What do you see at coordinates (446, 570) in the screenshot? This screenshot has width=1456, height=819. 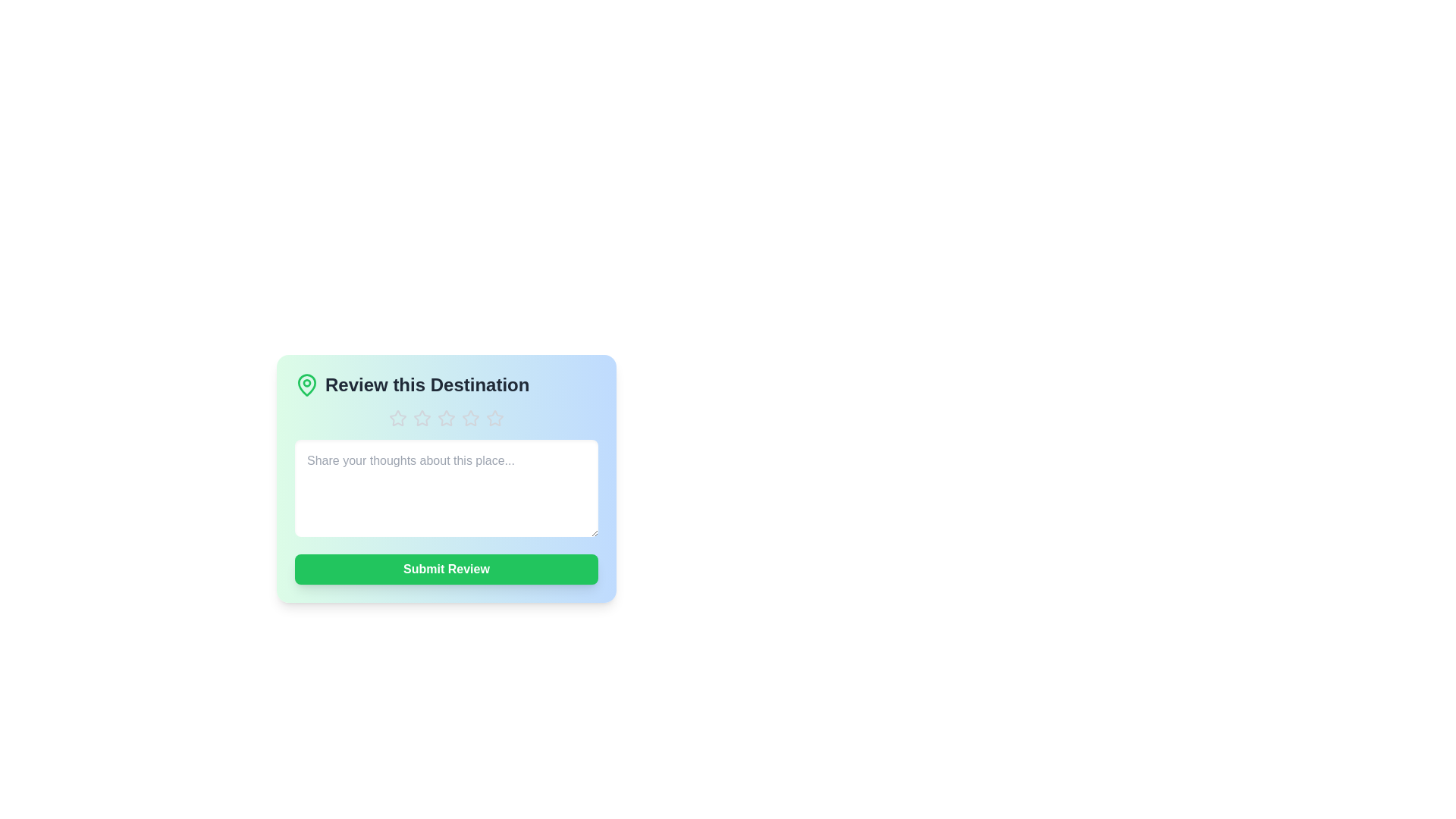 I see `'Submit Review' button` at bounding box center [446, 570].